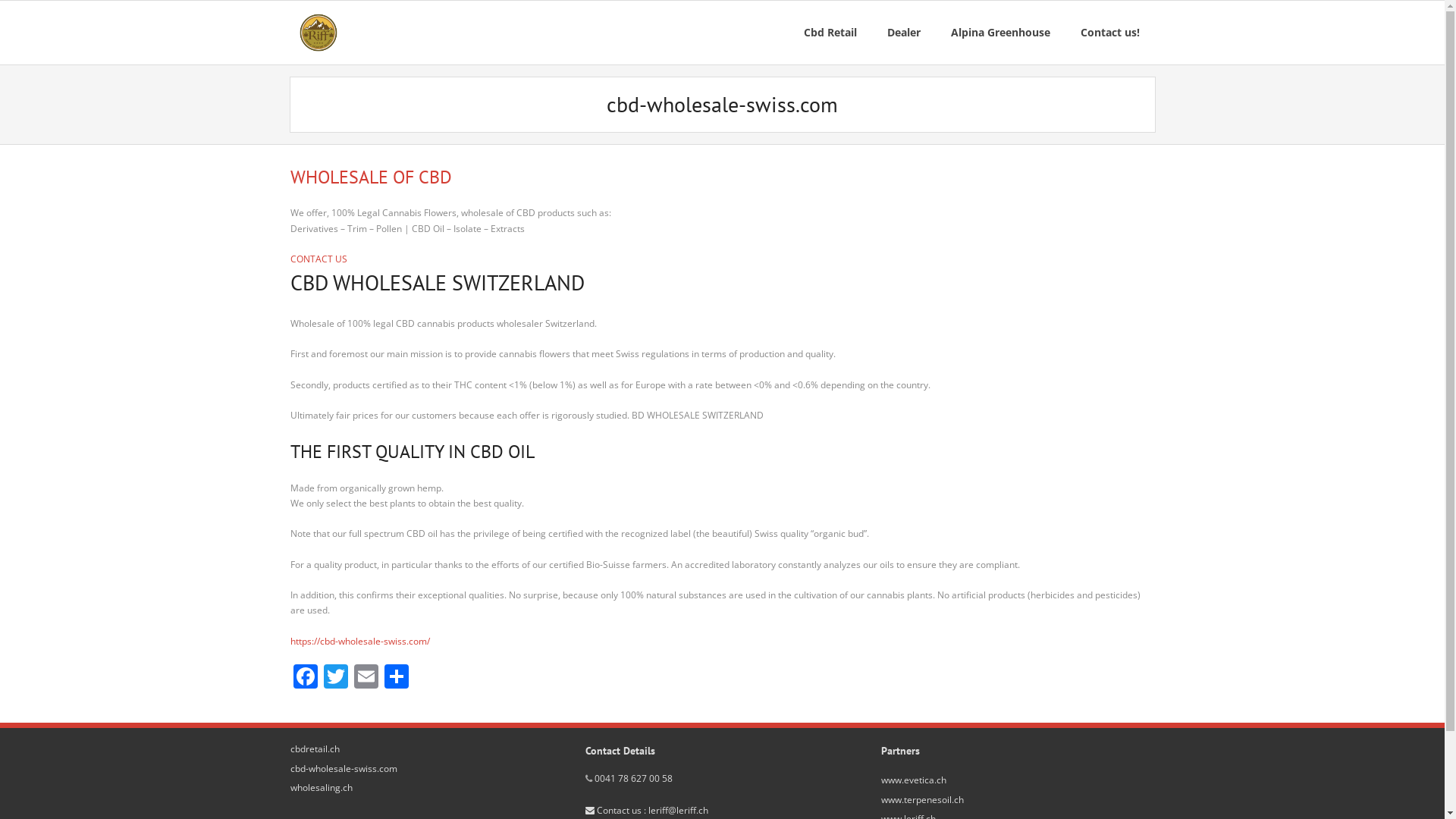 The height and width of the screenshot is (819, 1456). What do you see at coordinates (633, 778) in the screenshot?
I see `'0041 78 627 00 58'` at bounding box center [633, 778].